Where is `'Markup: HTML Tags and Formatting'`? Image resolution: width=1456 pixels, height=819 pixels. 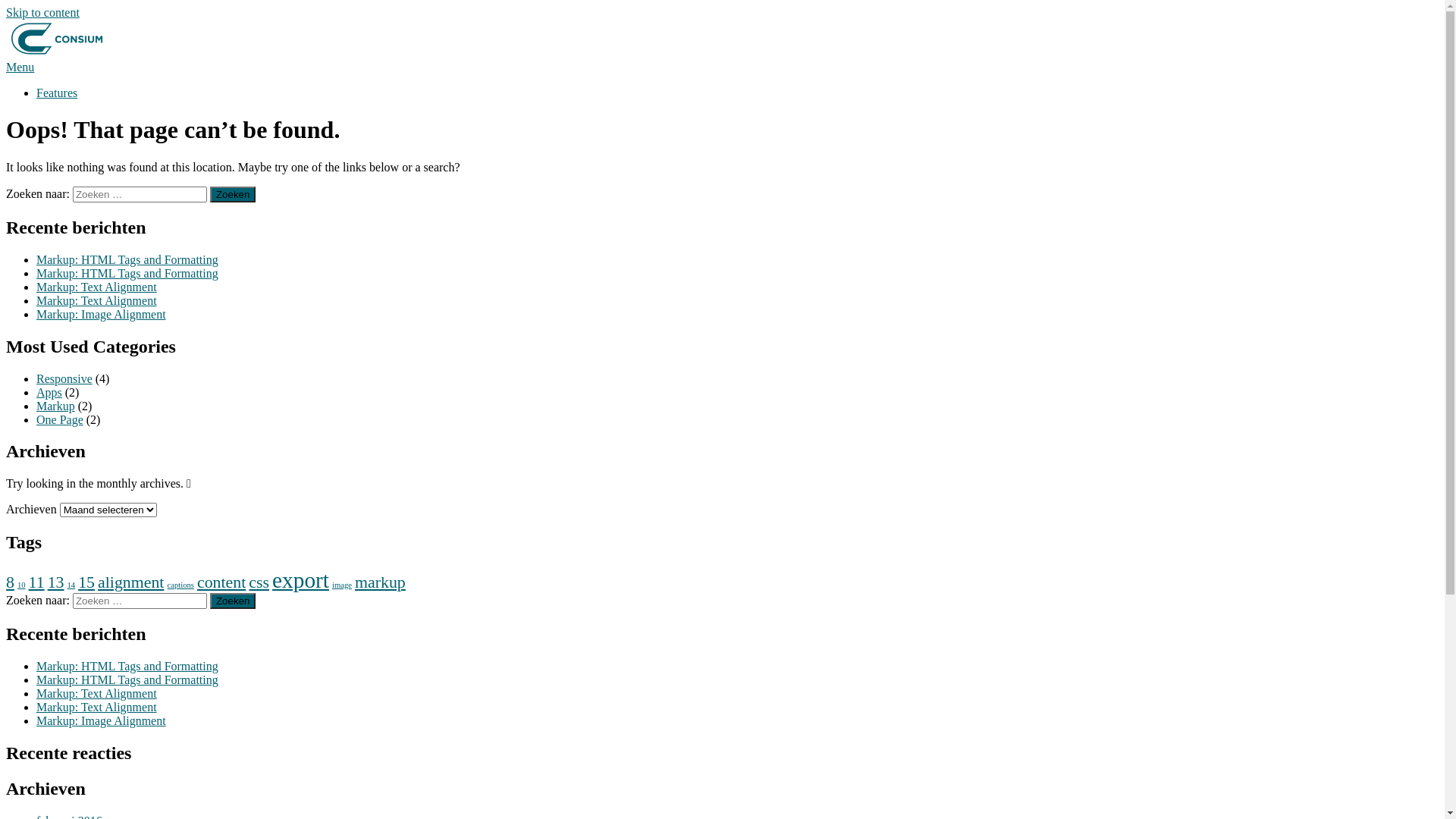 'Markup: HTML Tags and Formatting' is located at coordinates (127, 273).